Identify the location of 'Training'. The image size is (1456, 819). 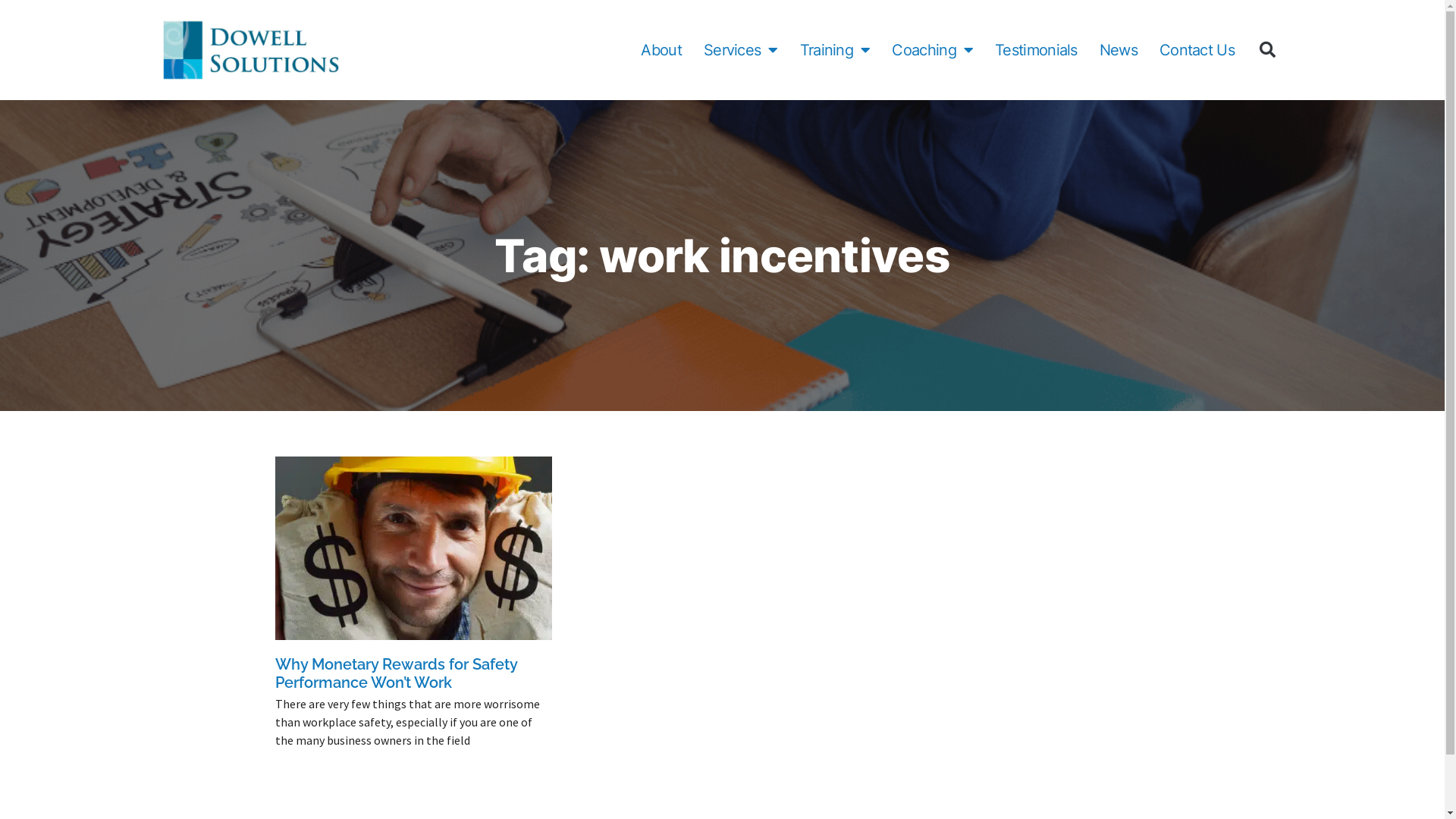
(834, 49).